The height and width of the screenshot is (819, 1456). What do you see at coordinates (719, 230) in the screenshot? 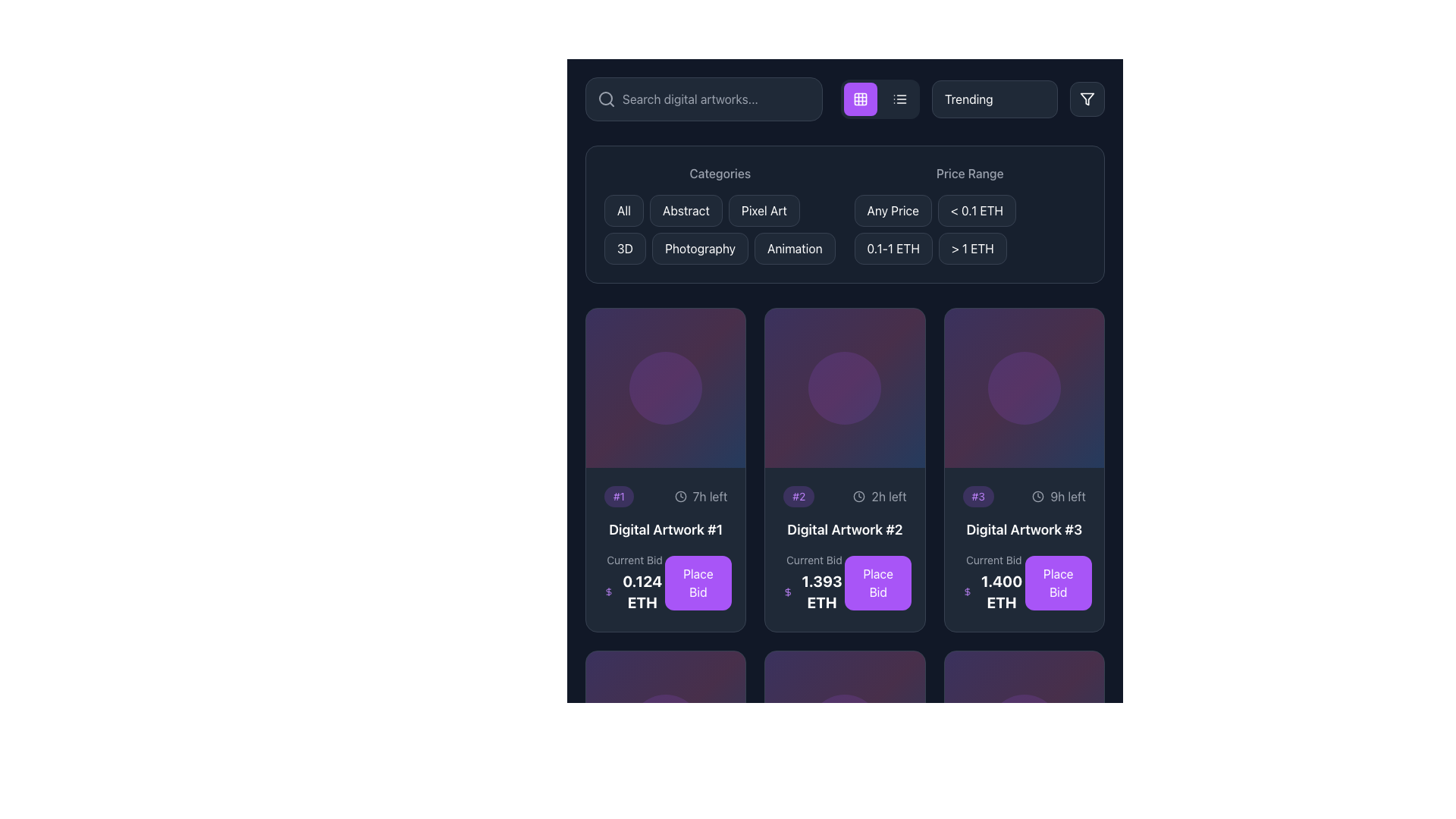
I see `the buttons in the 'Categories' section` at bounding box center [719, 230].